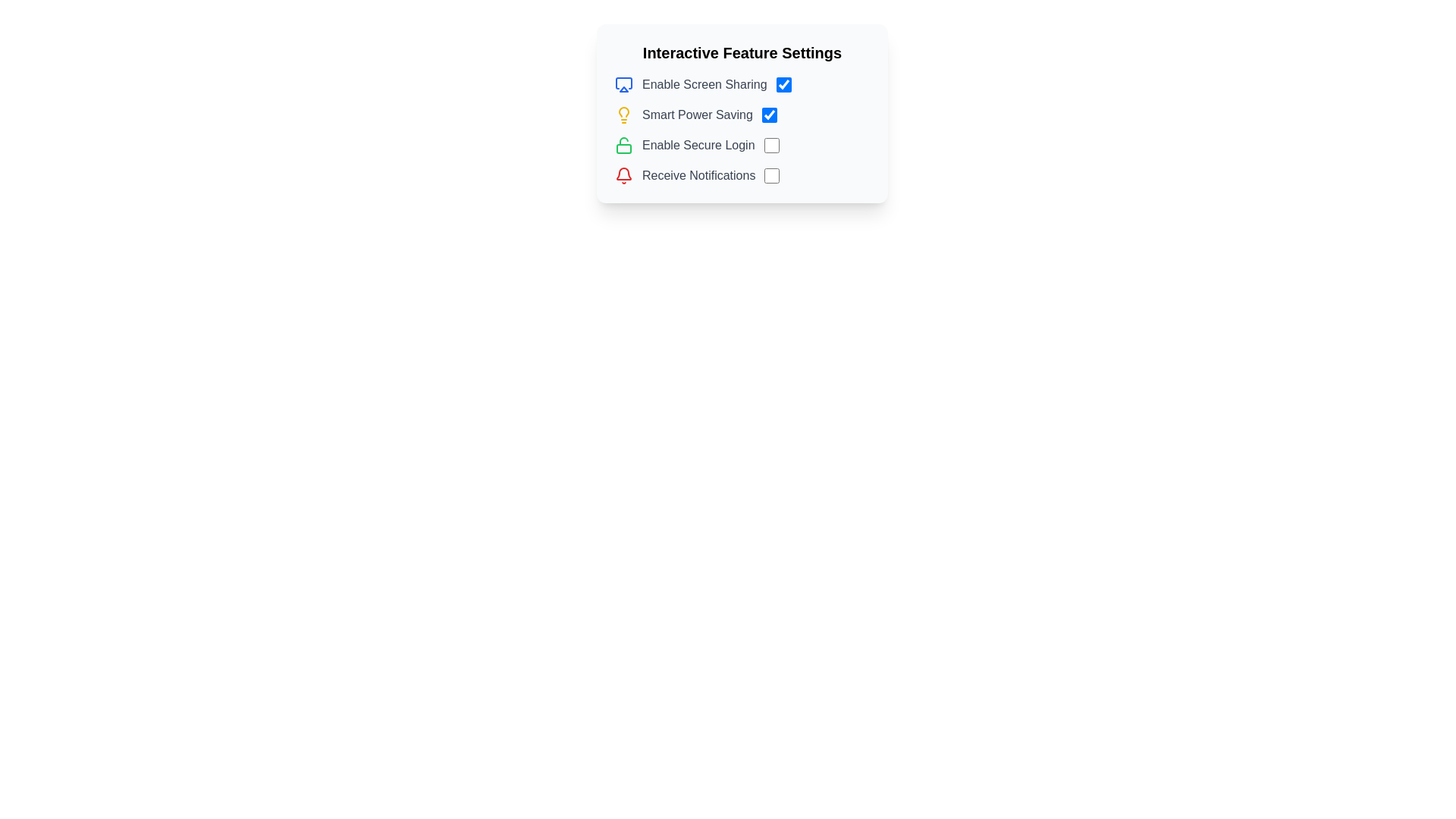 This screenshot has width=1456, height=819. Describe the element at coordinates (696, 114) in the screenshot. I see `text label that displays 'Smart Power Saving', which is styled in gray font and positioned between a yellow lightbulb icon and a checkbox in the settings group` at that location.